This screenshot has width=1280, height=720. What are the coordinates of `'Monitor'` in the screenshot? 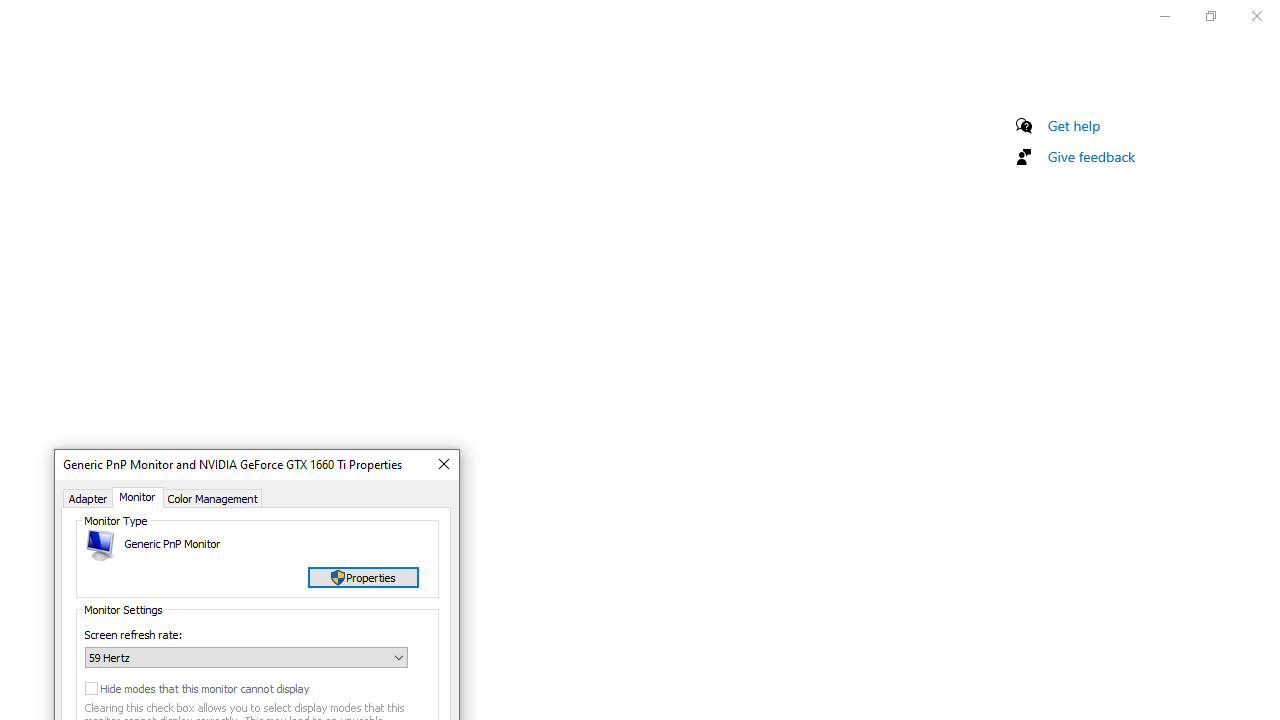 It's located at (137, 496).